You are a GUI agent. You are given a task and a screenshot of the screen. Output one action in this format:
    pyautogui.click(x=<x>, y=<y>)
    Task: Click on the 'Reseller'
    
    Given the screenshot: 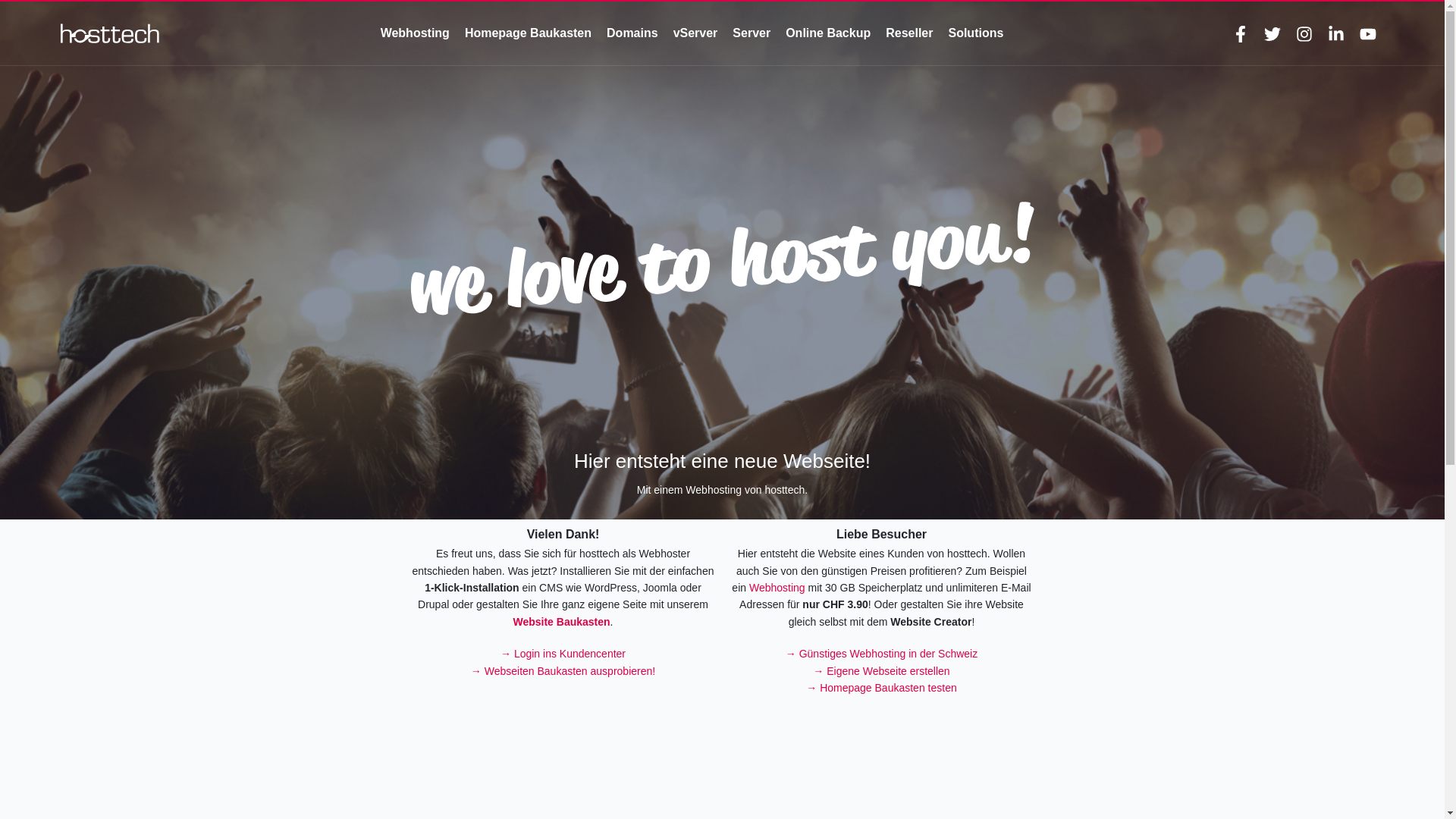 What is the action you would take?
    pyautogui.click(x=909, y=33)
    